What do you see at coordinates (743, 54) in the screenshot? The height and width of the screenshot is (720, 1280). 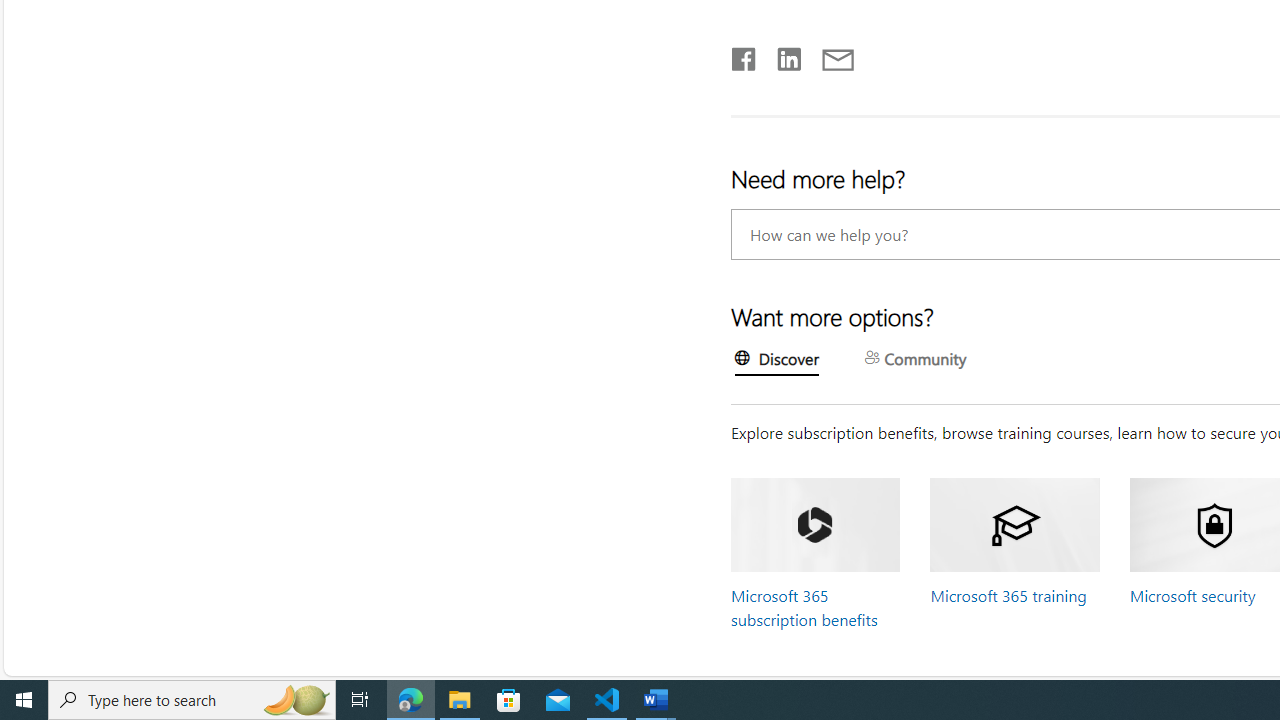 I see `'Share on Facebook'` at bounding box center [743, 54].